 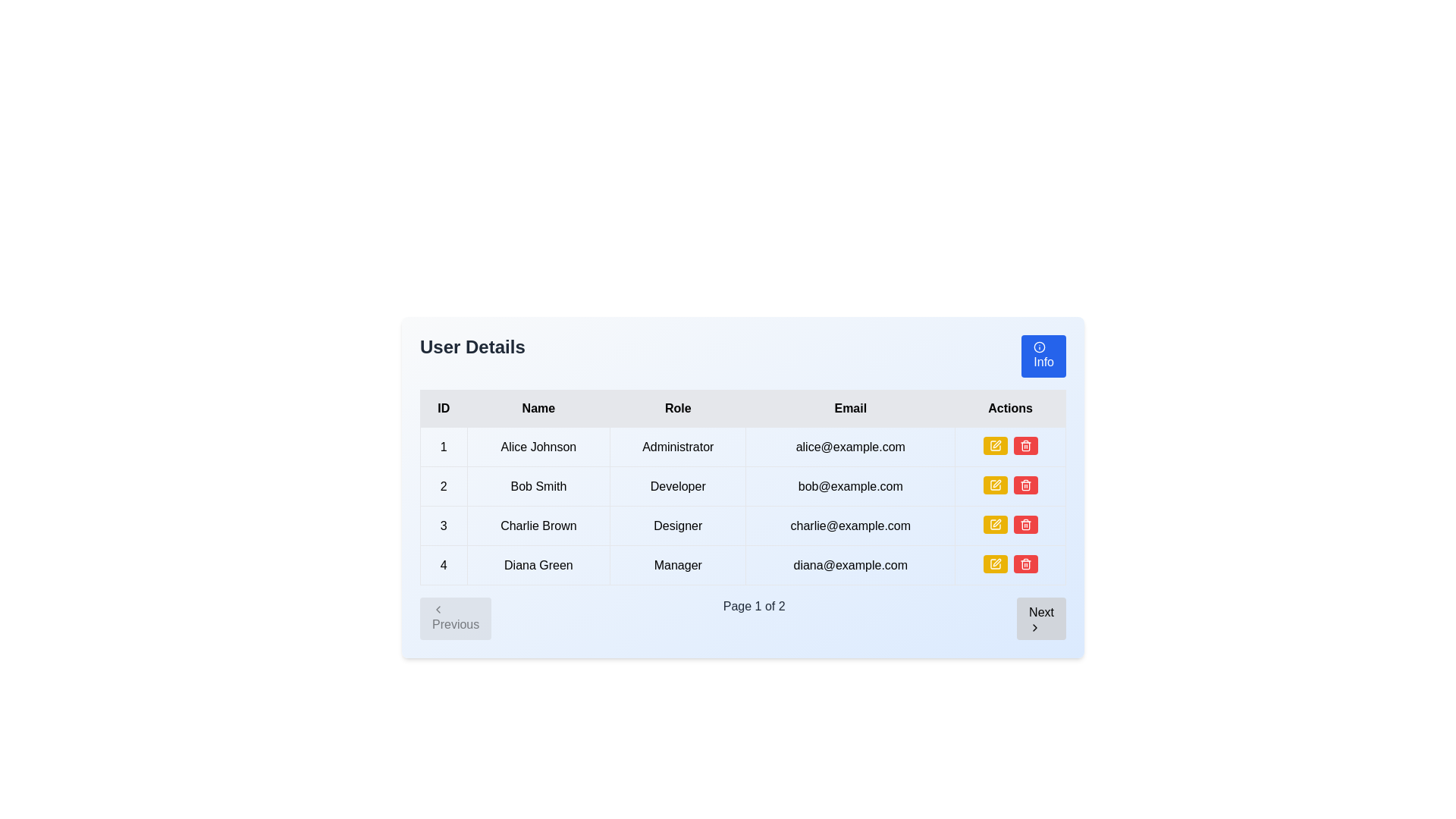 What do you see at coordinates (995, 564) in the screenshot?
I see `the edit button located in the 'Actions' column of the fourth row of the table to initiate the edit action for the user` at bounding box center [995, 564].